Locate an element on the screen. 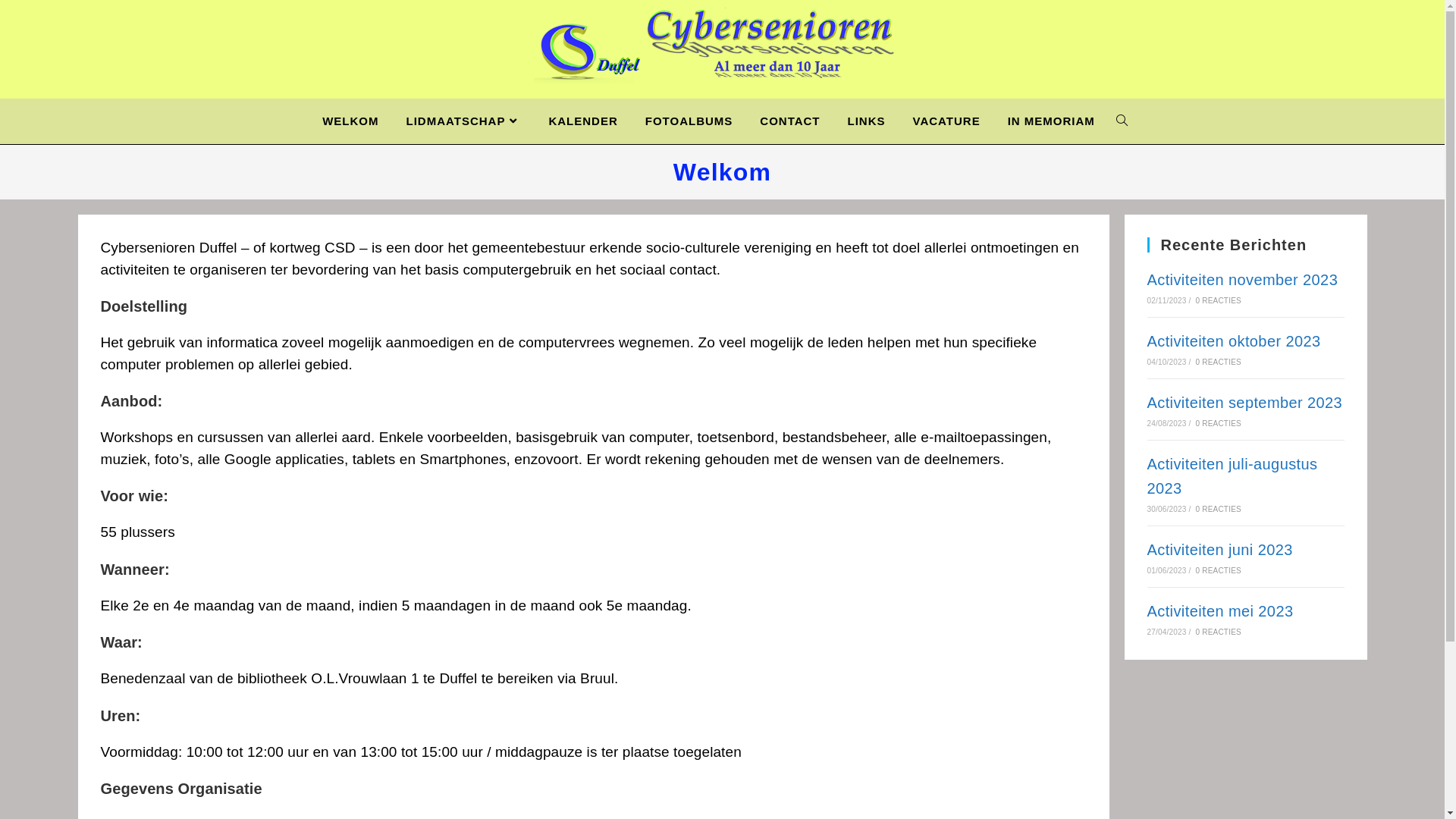  '0 REACTIES' is located at coordinates (1195, 300).